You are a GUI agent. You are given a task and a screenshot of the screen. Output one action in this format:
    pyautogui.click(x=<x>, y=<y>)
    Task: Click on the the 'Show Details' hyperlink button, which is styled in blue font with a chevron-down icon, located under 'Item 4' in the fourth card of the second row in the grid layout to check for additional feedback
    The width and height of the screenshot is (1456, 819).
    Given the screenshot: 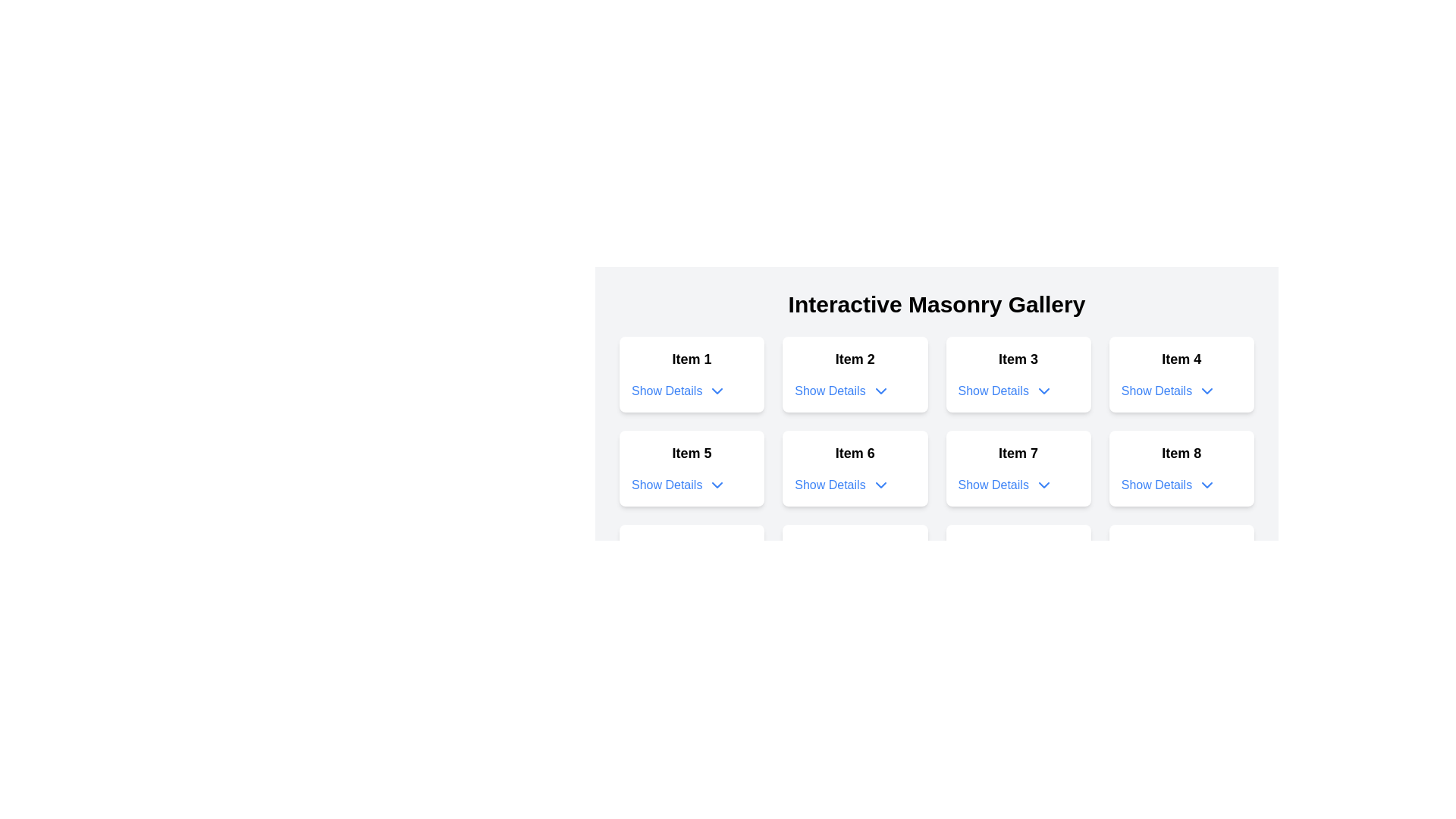 What is the action you would take?
    pyautogui.click(x=1168, y=391)
    